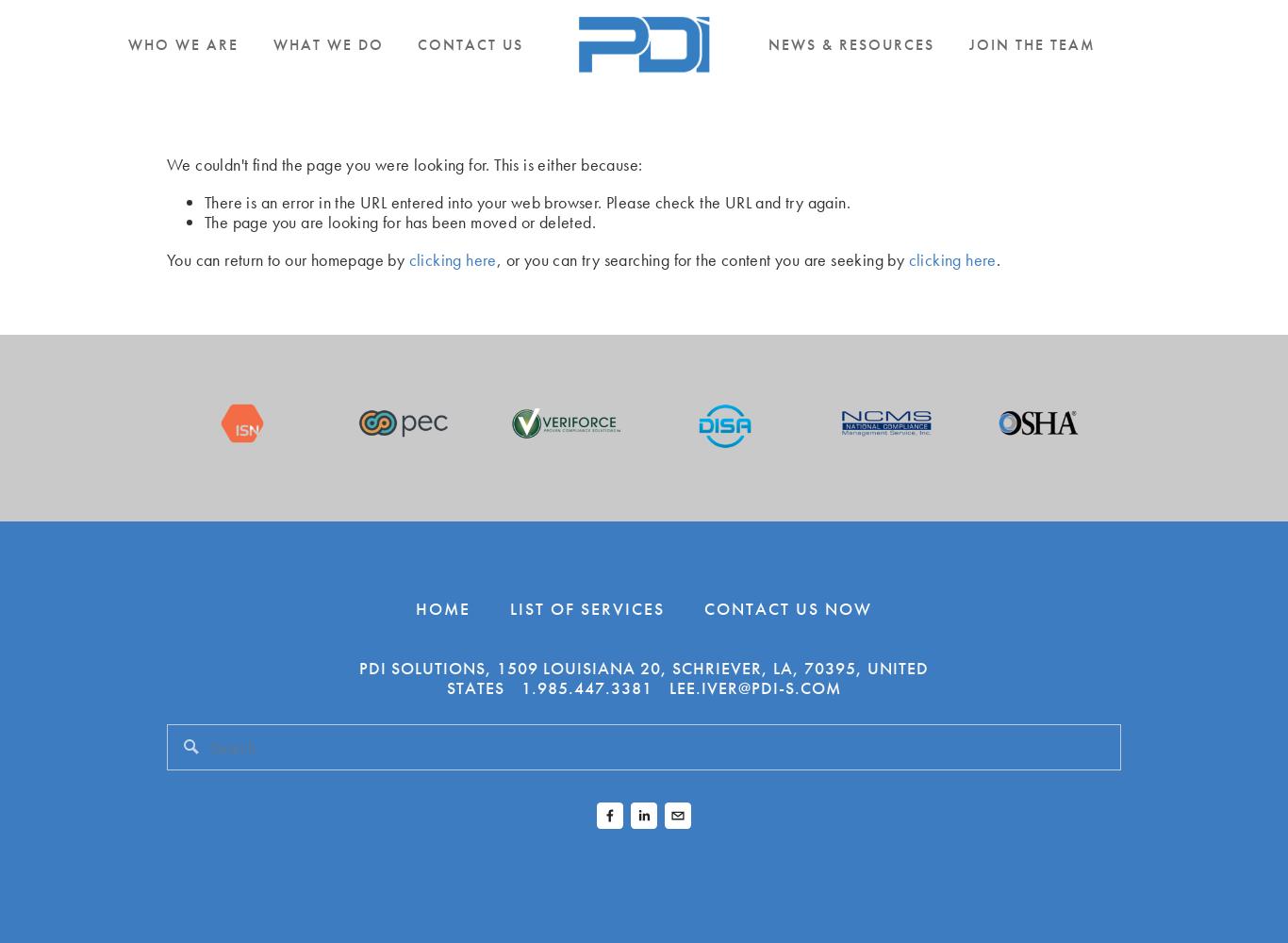  I want to click on 'CONTACT US NOW', so click(786, 607).